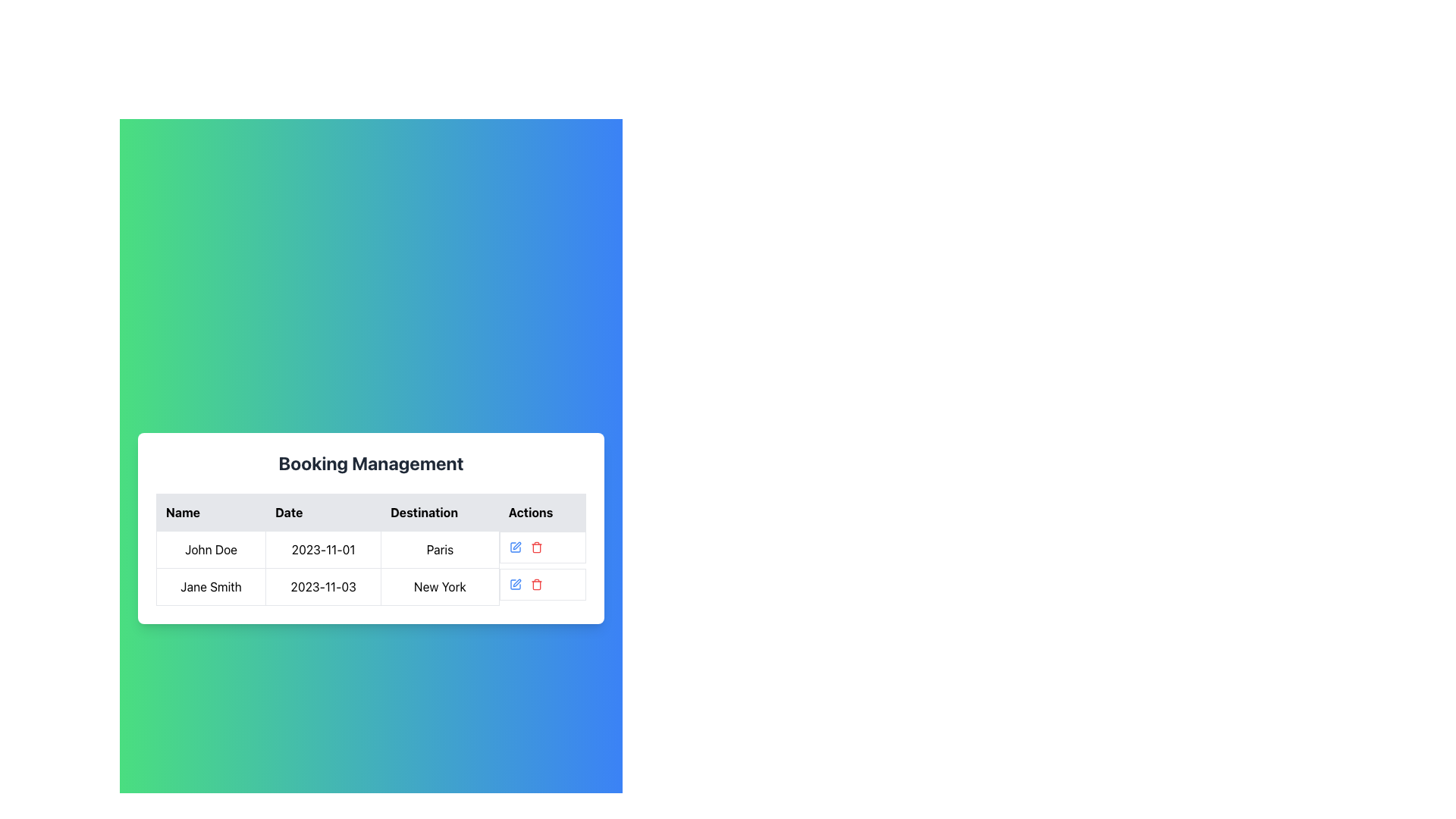  What do you see at coordinates (439, 550) in the screenshot?
I see `the Display Text element that shows 'Paris' in black font on a white background, located in the third column of the first row in the Booking Management table` at bounding box center [439, 550].